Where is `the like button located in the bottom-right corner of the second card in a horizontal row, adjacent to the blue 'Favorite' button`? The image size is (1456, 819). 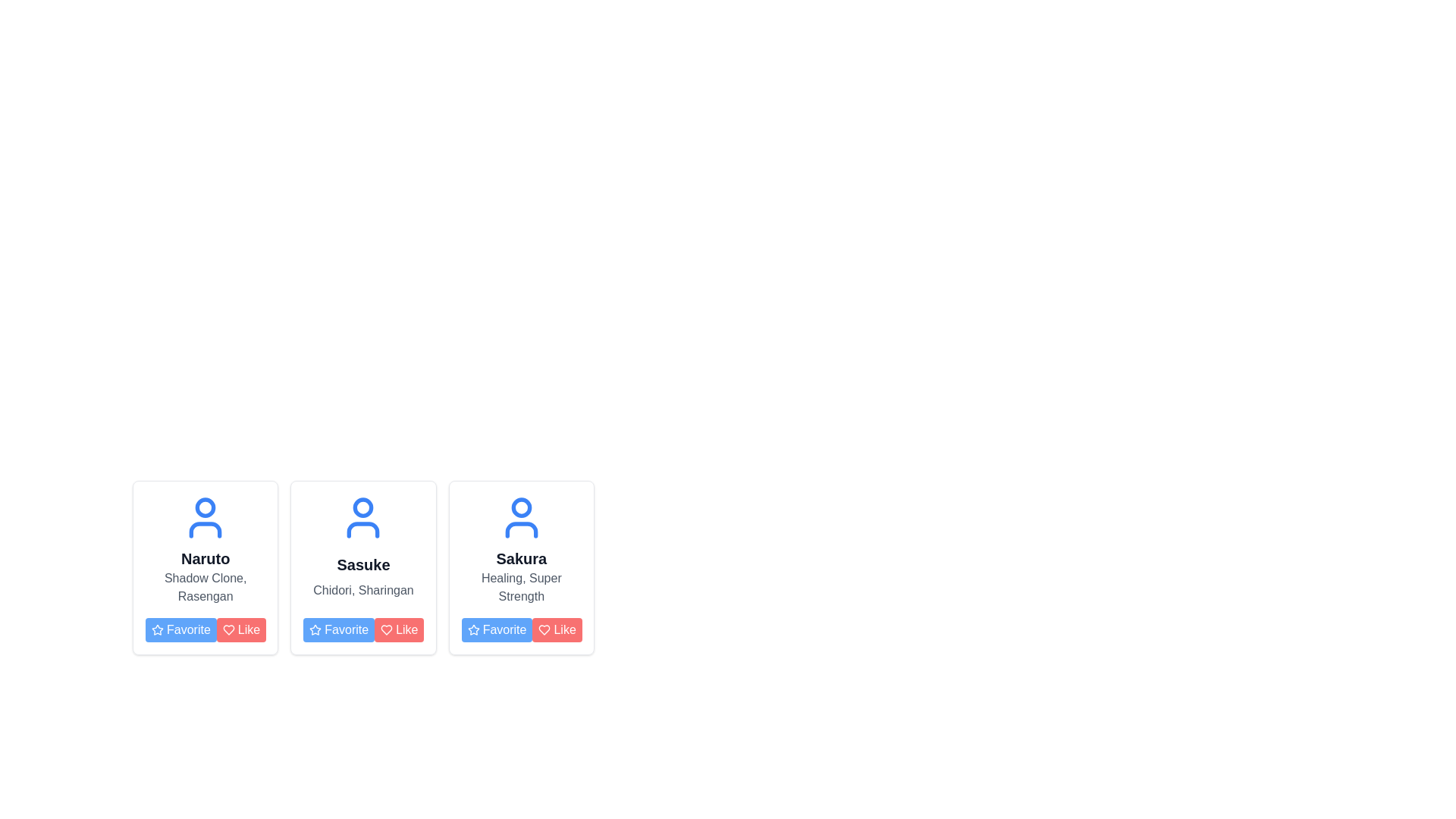 the like button located in the bottom-right corner of the second card in a horizontal row, adjacent to the blue 'Favorite' button is located at coordinates (399, 629).